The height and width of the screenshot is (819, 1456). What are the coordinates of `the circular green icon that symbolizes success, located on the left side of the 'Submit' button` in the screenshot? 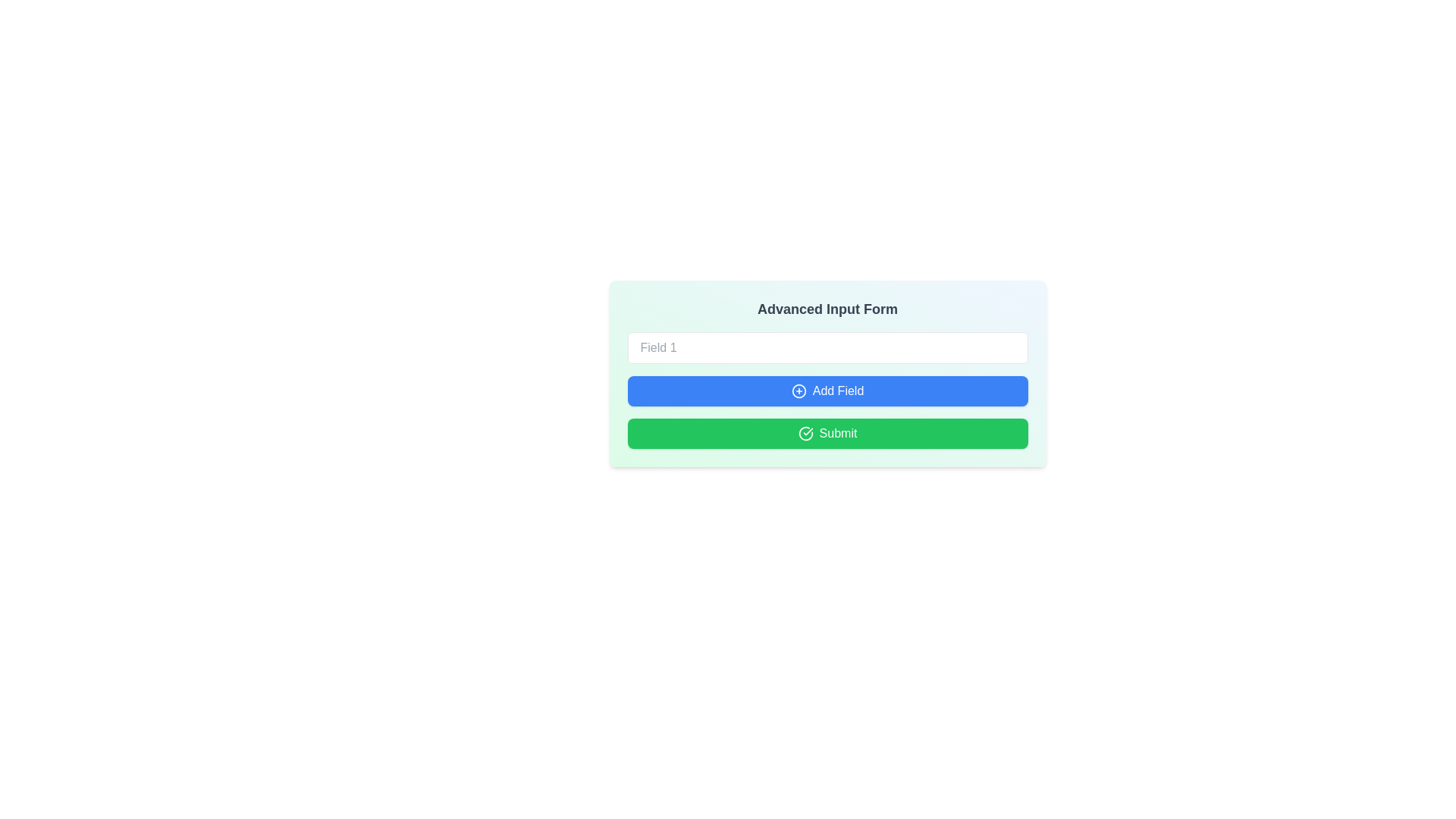 It's located at (805, 433).